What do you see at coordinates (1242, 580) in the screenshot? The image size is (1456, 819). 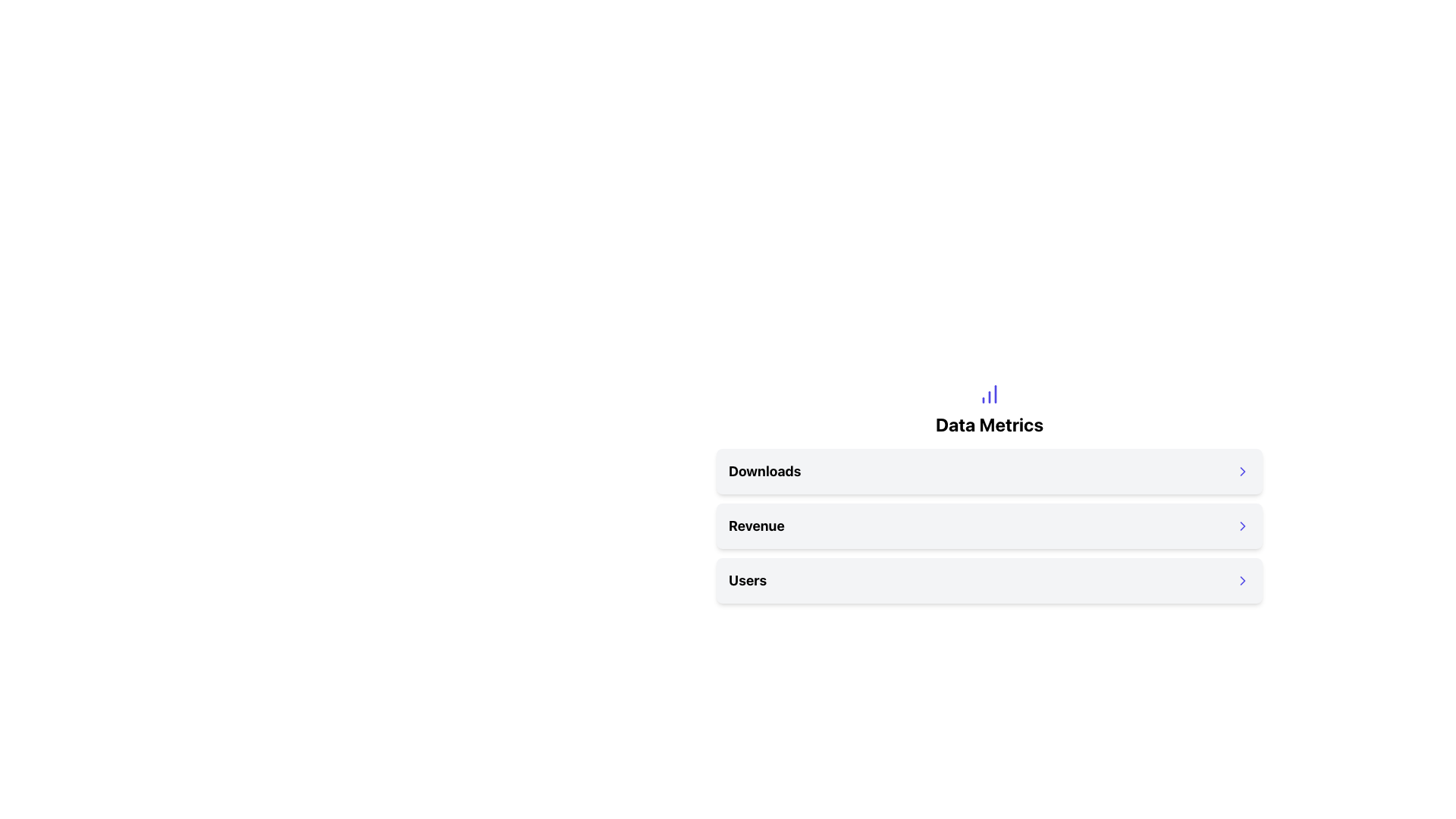 I see `the right-pointing chevron icon in light blue color located at the far right of the 'Users' row` at bounding box center [1242, 580].